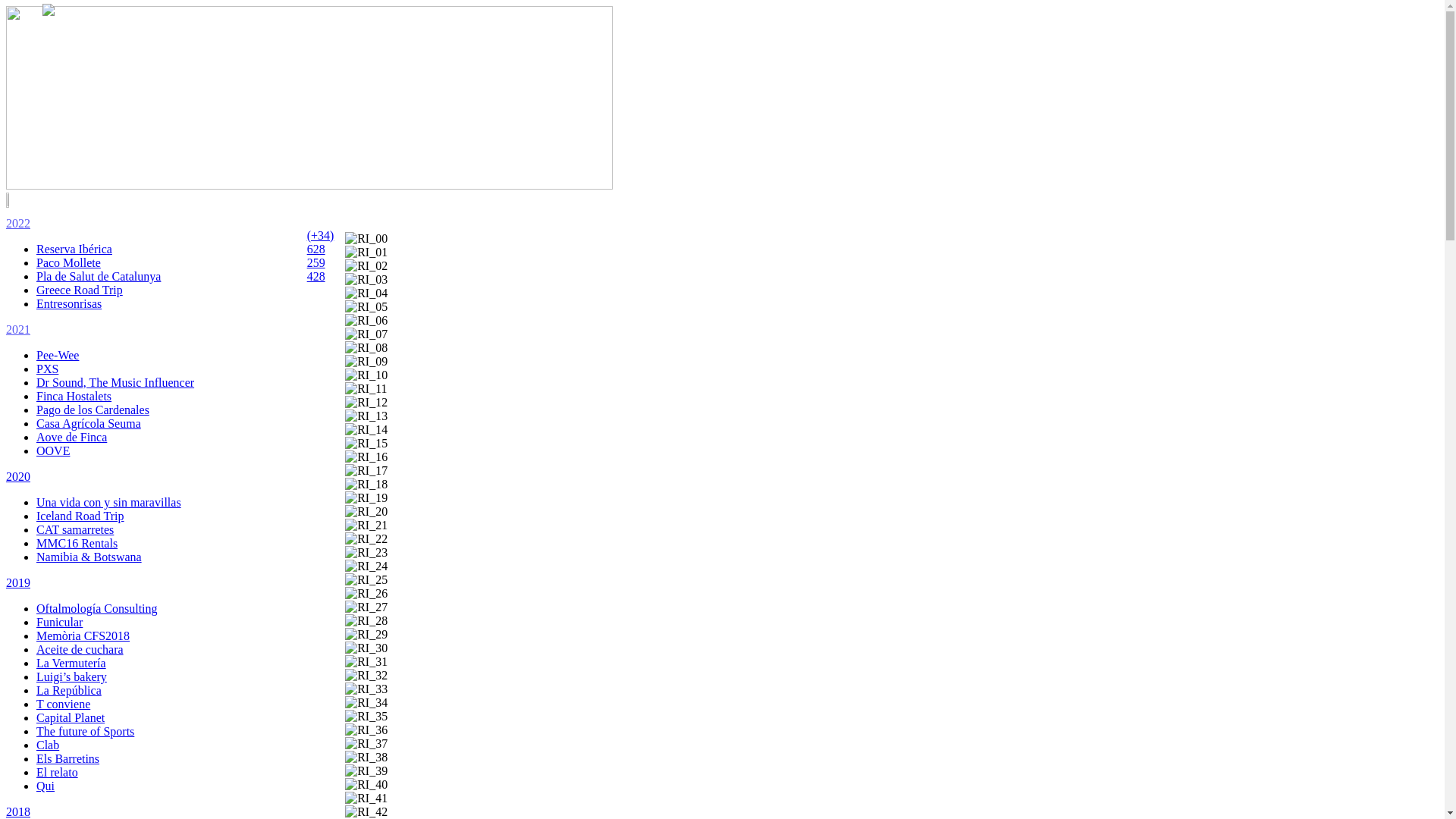  Describe the element at coordinates (36, 262) in the screenshot. I see `'Paco Mollete'` at that location.